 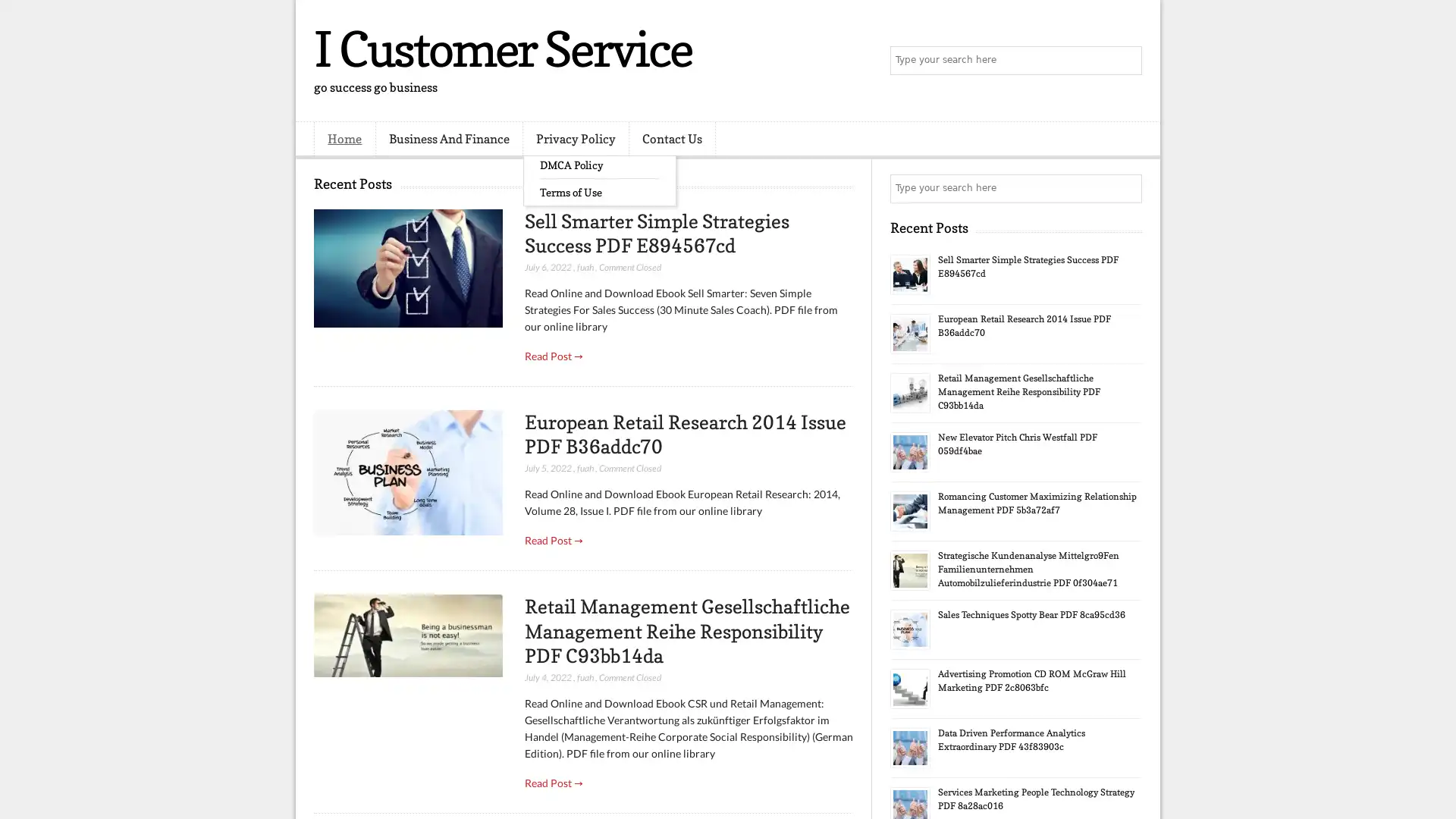 What do you see at coordinates (1126, 188) in the screenshot?
I see `Search` at bounding box center [1126, 188].